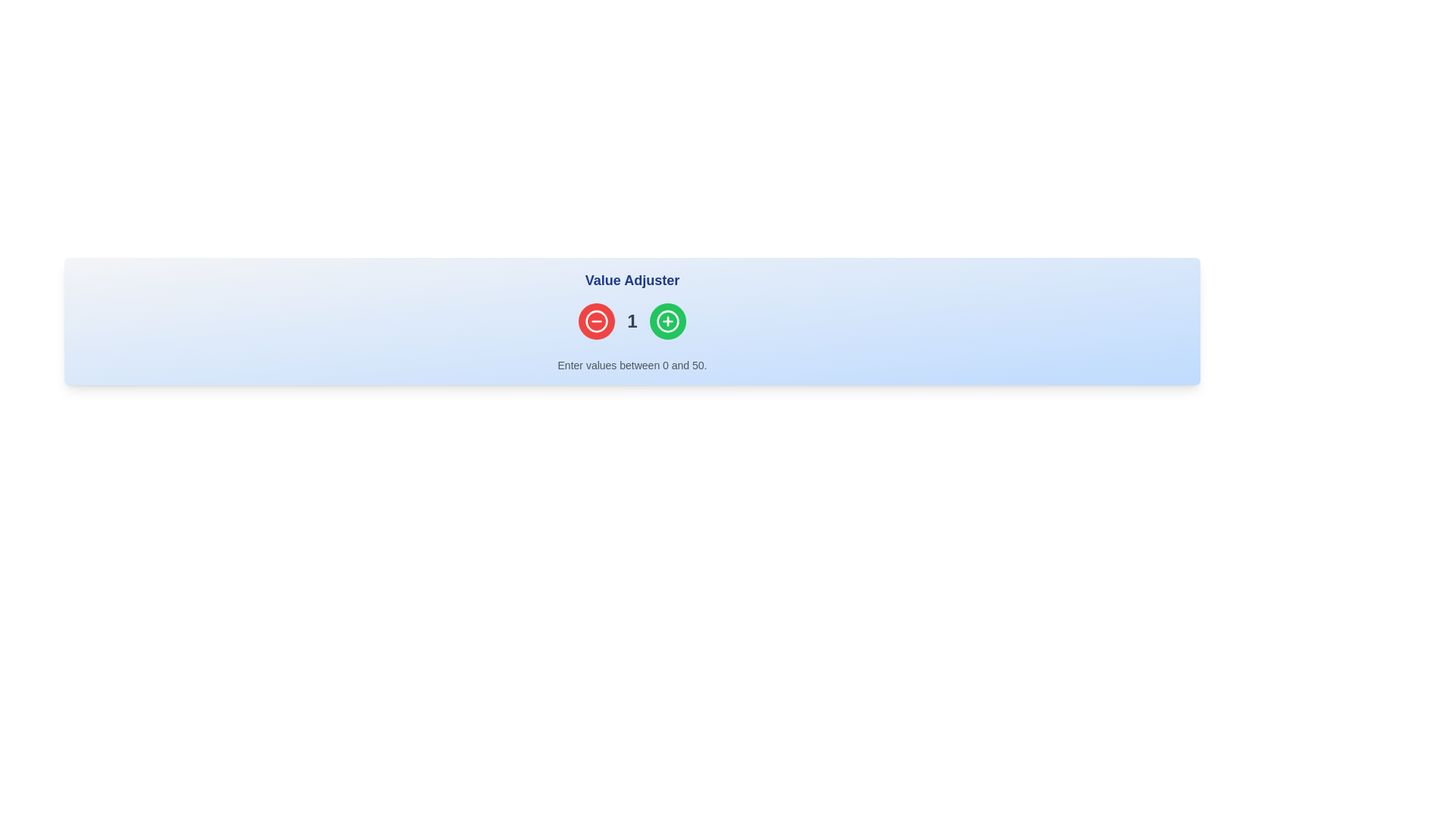  What do you see at coordinates (667, 321) in the screenshot?
I see `the circular increment button with a green background and a white border, featuring a plus sign, located in the interactive header labeled 'Value Adjuster' to increment the value` at bounding box center [667, 321].